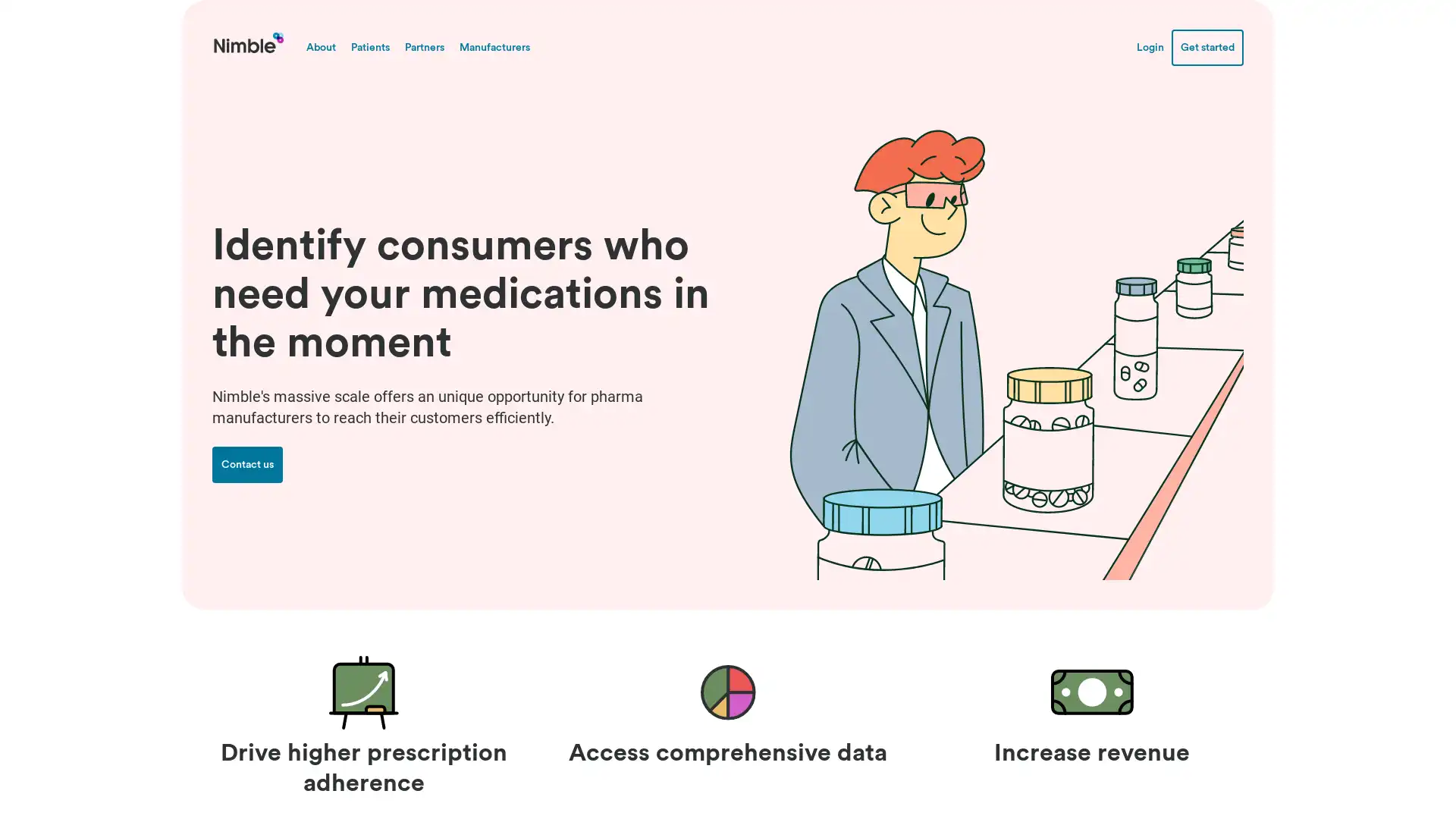 Image resolution: width=1456 pixels, height=819 pixels. Describe the element at coordinates (370, 45) in the screenshot. I see `Patients` at that location.